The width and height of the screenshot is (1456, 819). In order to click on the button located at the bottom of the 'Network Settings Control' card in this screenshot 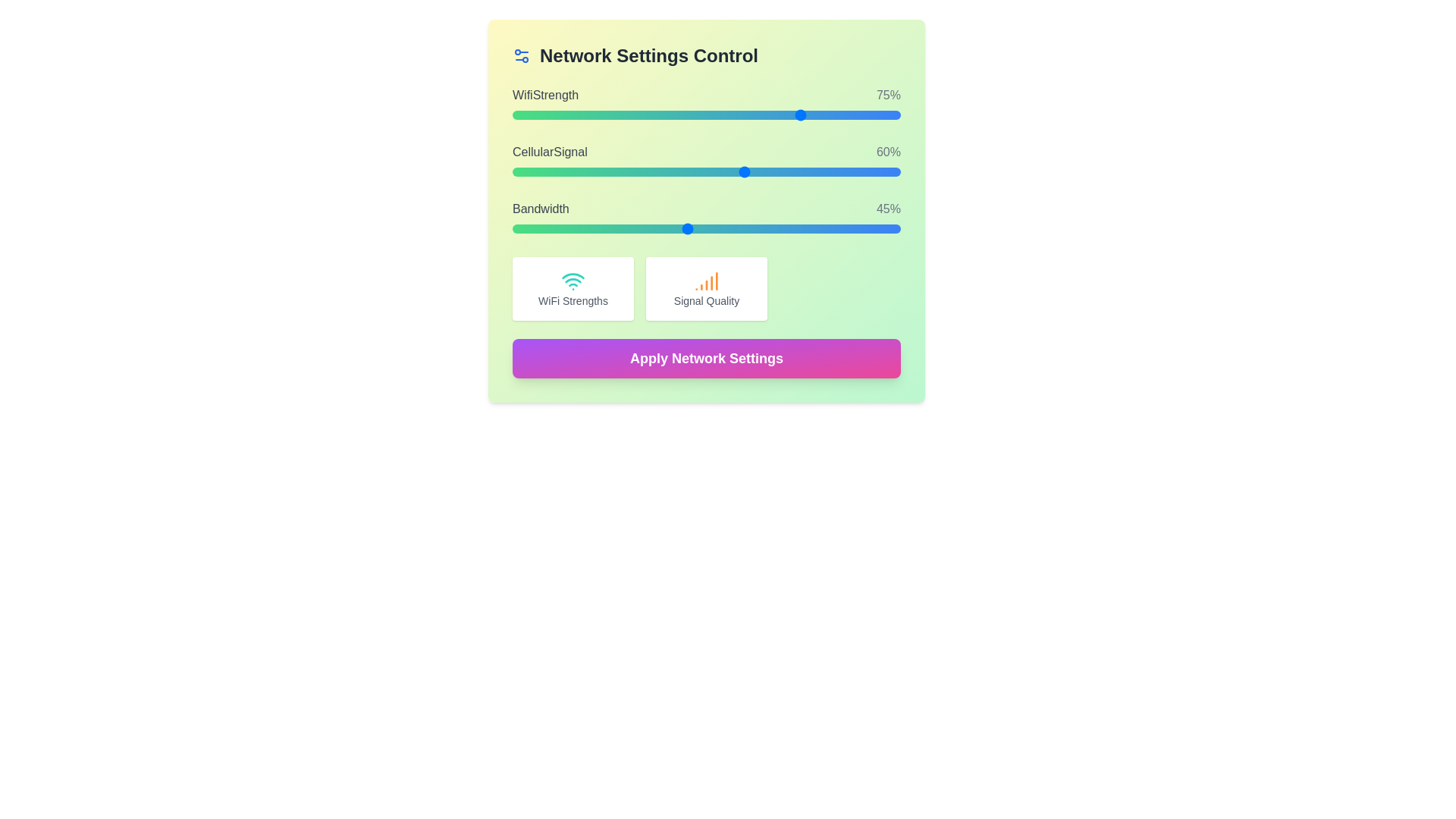, I will do `click(705, 359)`.